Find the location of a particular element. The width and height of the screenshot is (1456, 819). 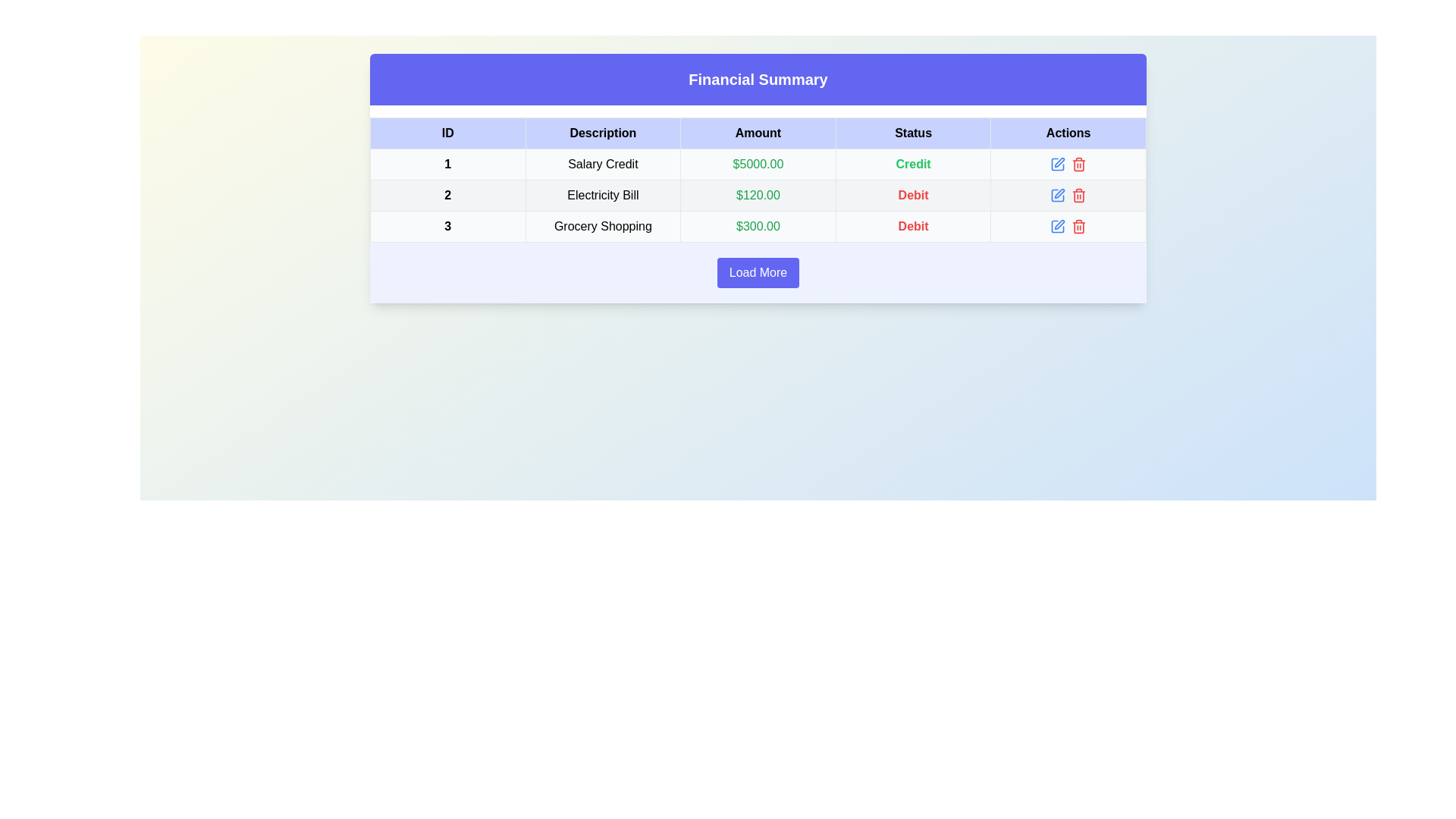

the 'Actions' header cell, which is the fifth header cell in the table's header row, positioned to the right of the 'Status' header is located at coordinates (1068, 133).